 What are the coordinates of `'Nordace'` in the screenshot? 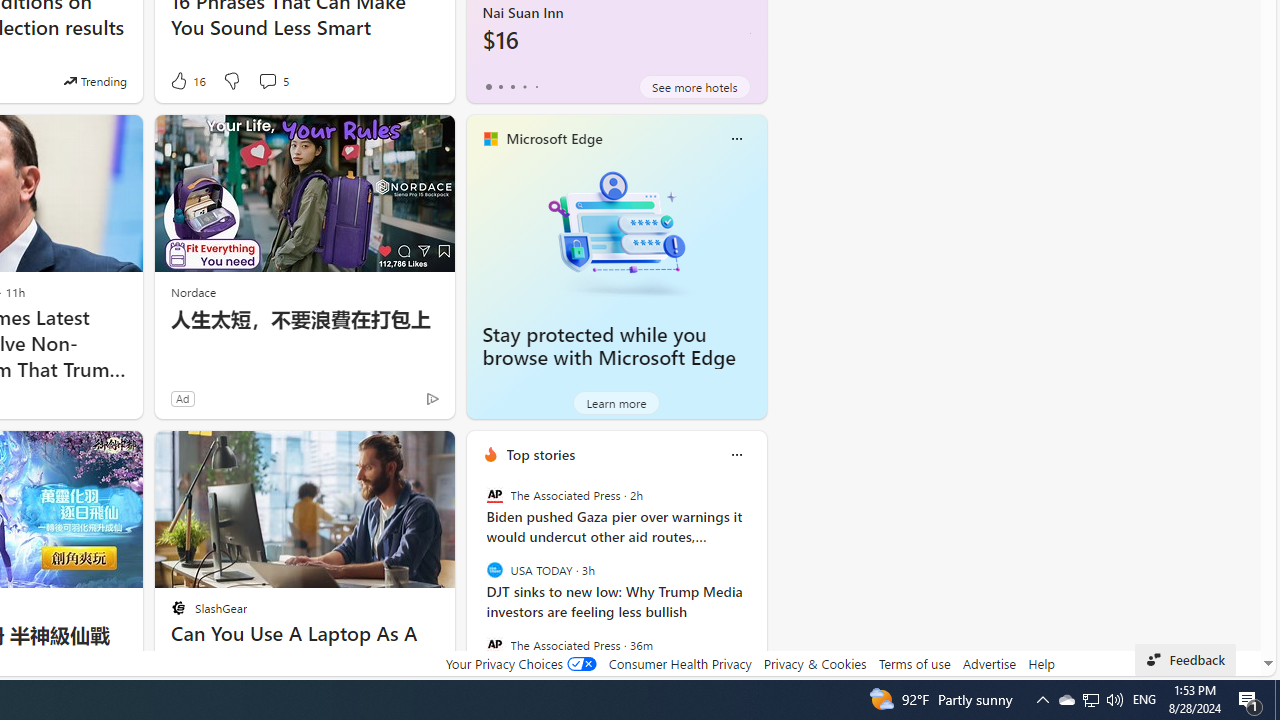 It's located at (193, 291).